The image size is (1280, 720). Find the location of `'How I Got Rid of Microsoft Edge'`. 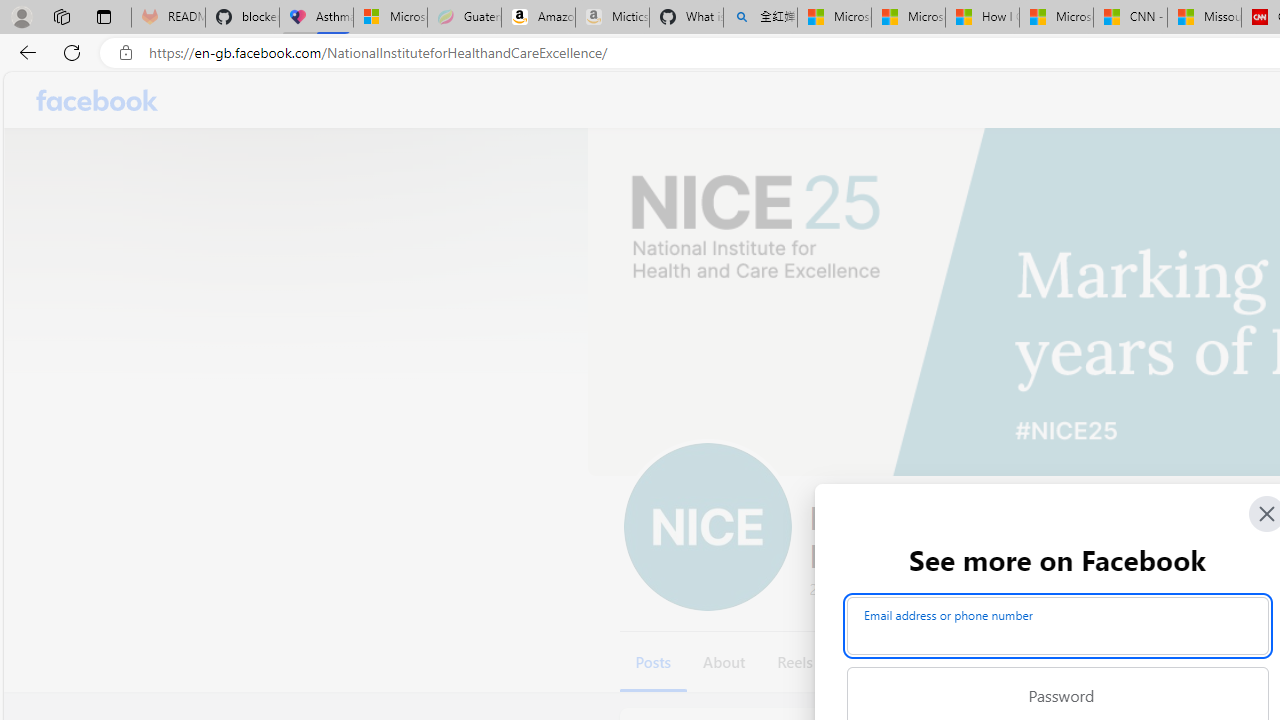

'How I Got Rid of Microsoft Edge' is located at coordinates (982, 17).